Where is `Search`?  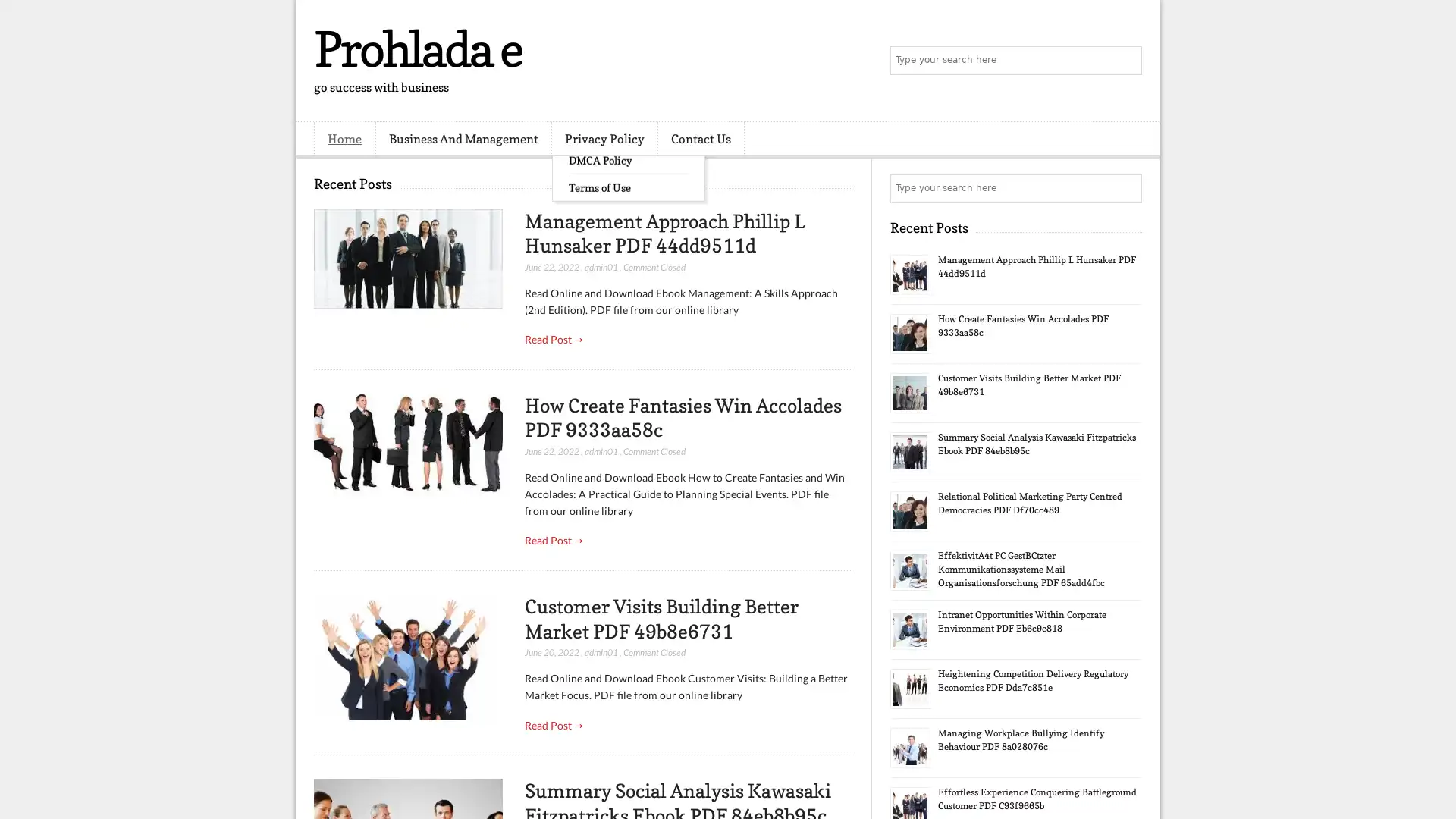
Search is located at coordinates (1126, 61).